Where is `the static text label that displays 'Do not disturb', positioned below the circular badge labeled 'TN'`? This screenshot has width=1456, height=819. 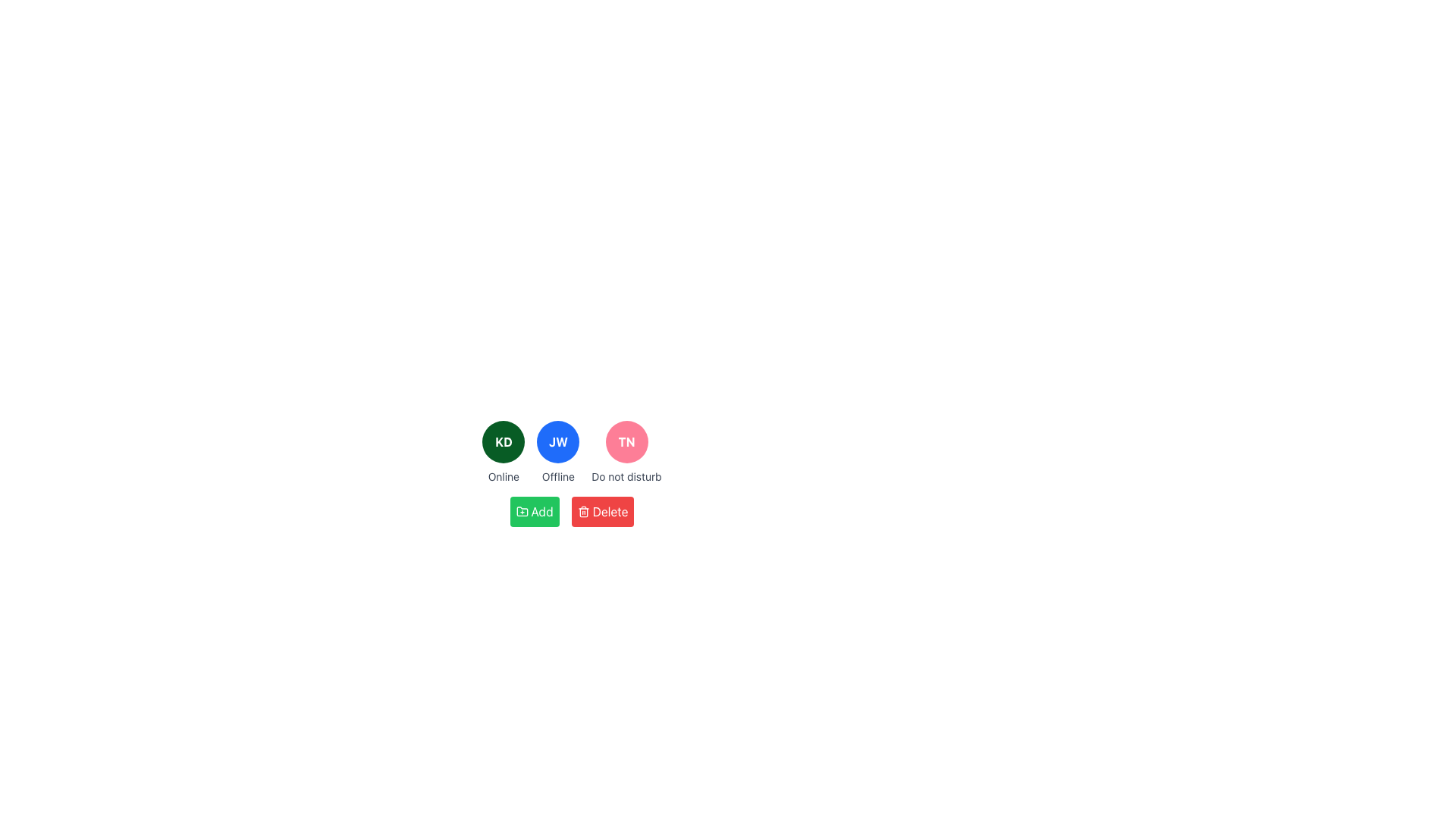 the static text label that displays 'Do not disturb', positioned below the circular badge labeled 'TN' is located at coordinates (626, 475).